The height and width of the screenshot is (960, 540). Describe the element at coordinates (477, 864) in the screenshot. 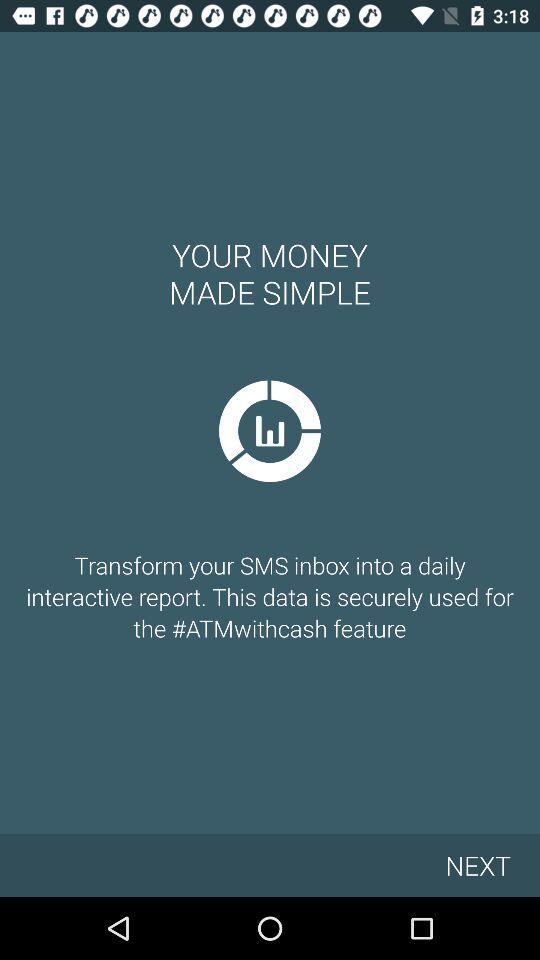

I see `the item at the bottom right corner` at that location.